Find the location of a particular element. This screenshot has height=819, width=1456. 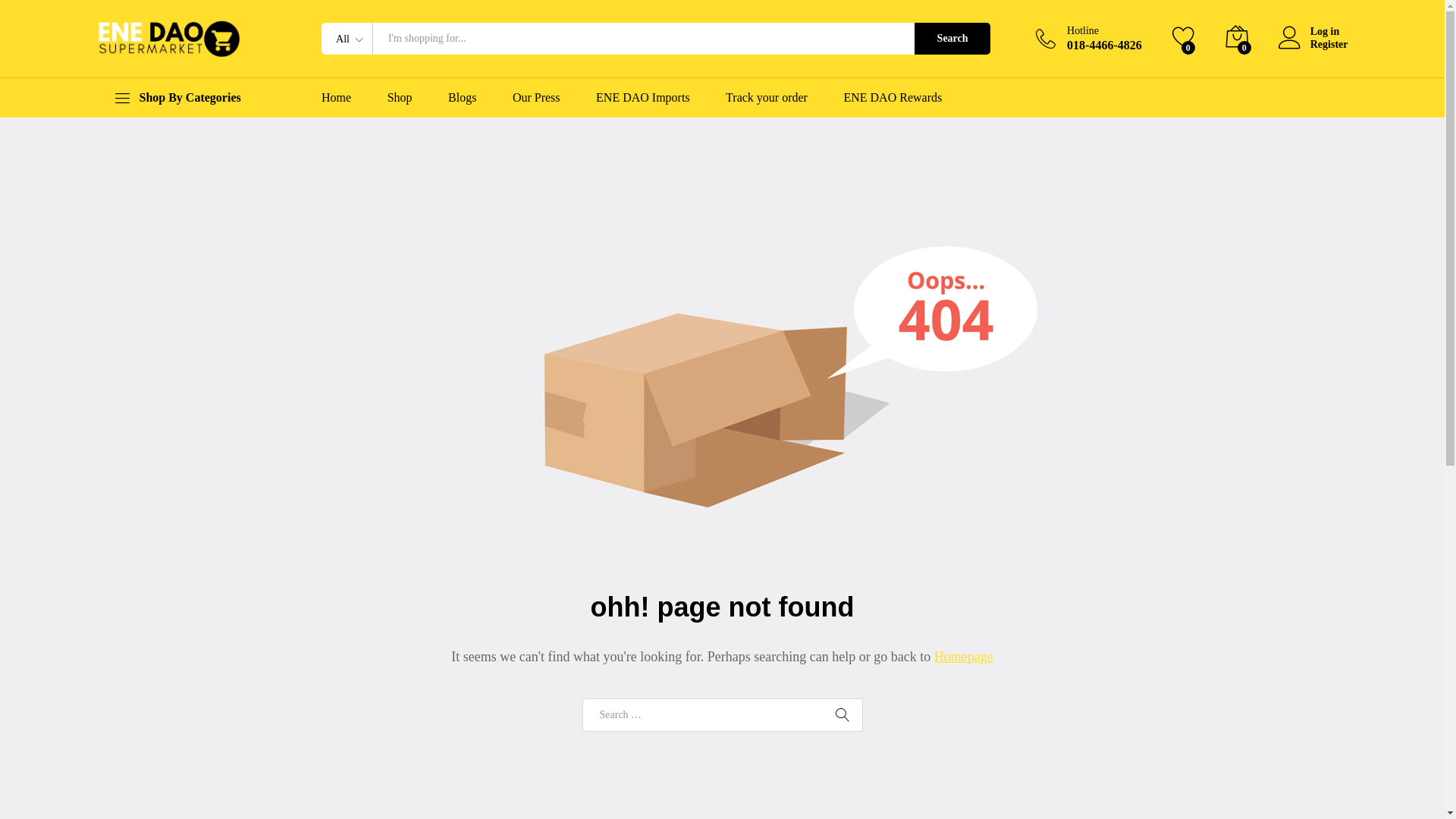

'ENE DAO Imports' is located at coordinates (643, 97).